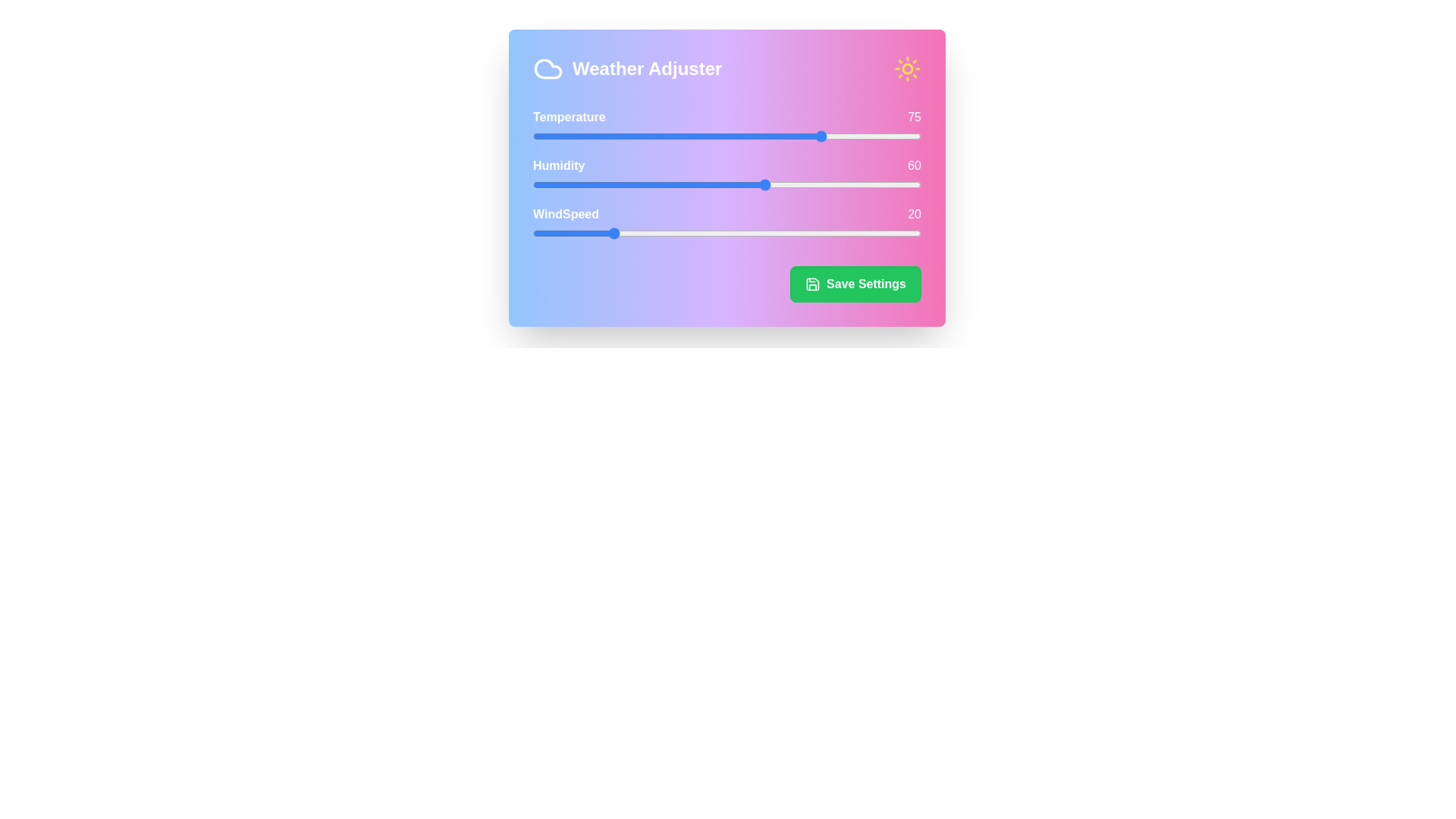 This screenshot has width=1456, height=819. What do you see at coordinates (766, 136) in the screenshot?
I see `the temperature slider` at bounding box center [766, 136].